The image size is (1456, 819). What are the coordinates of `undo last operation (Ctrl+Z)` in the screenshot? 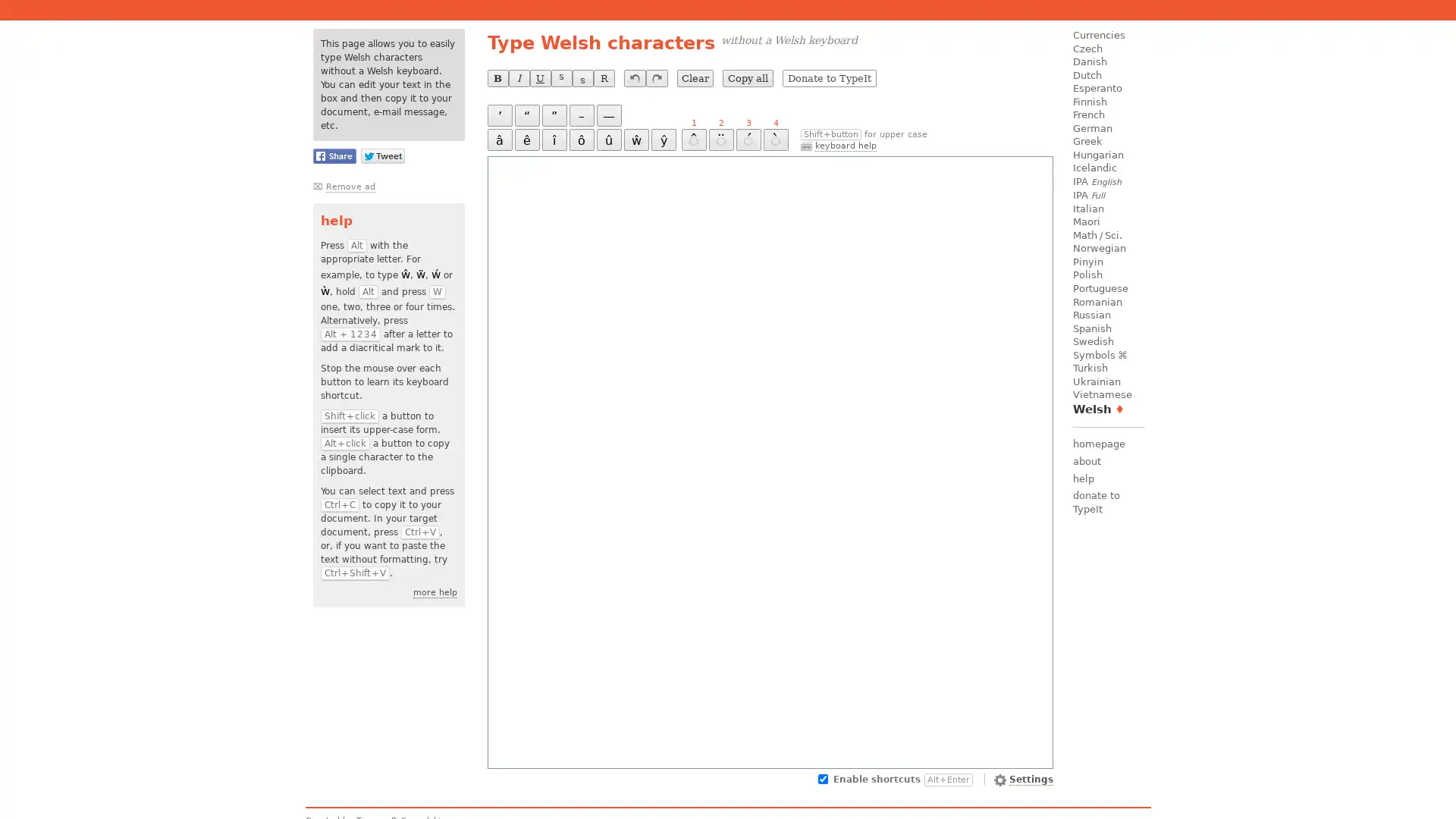 It's located at (634, 78).